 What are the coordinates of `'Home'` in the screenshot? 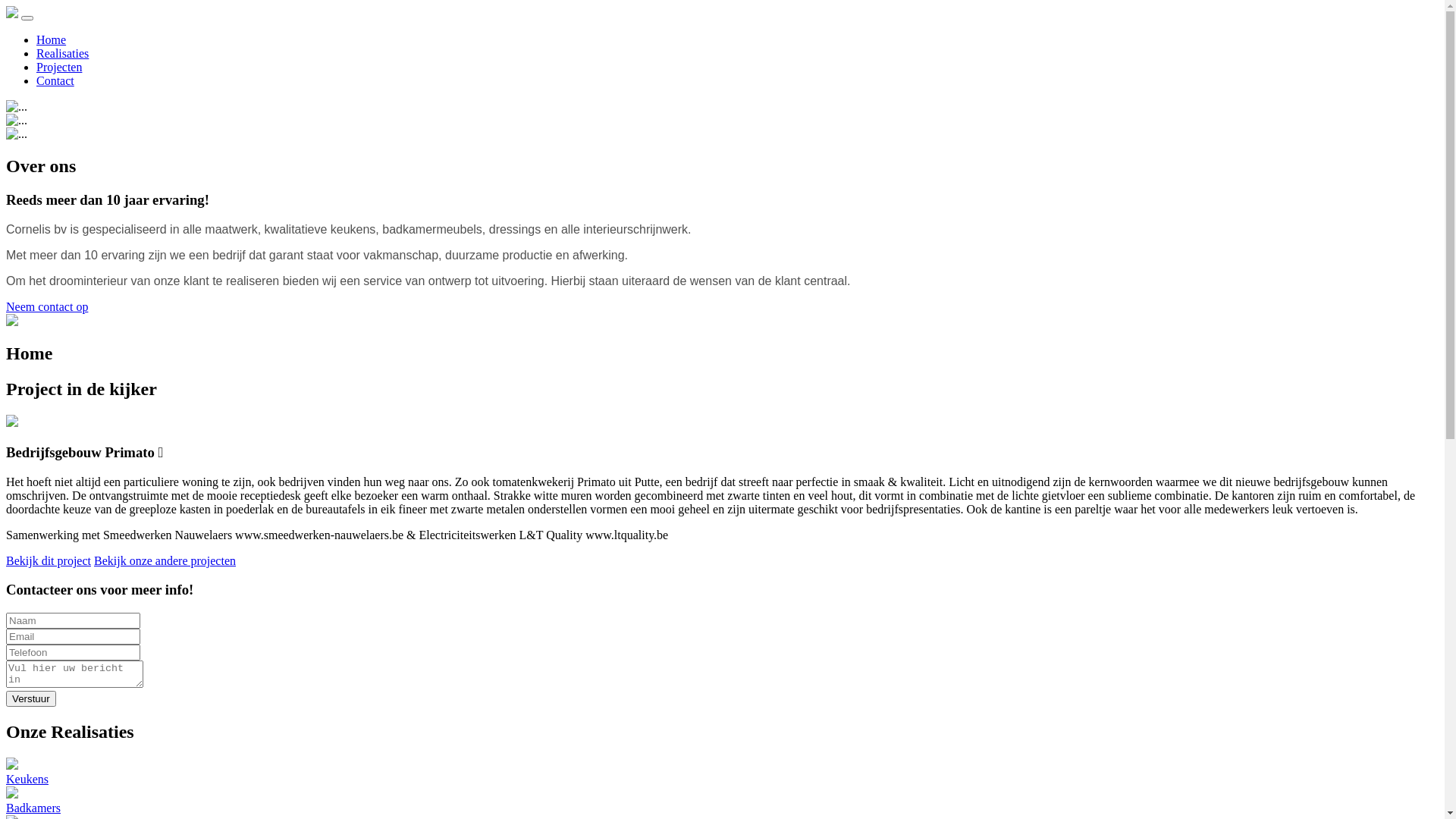 It's located at (51, 39).